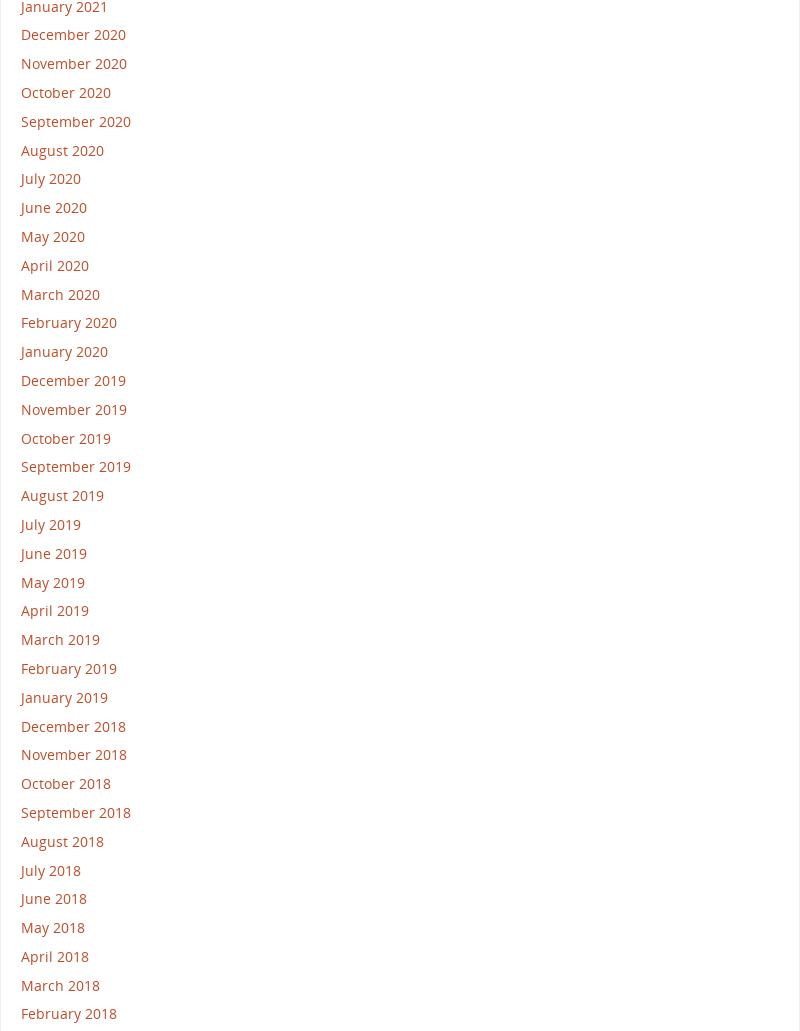  I want to click on 'September 2019', so click(76, 466).